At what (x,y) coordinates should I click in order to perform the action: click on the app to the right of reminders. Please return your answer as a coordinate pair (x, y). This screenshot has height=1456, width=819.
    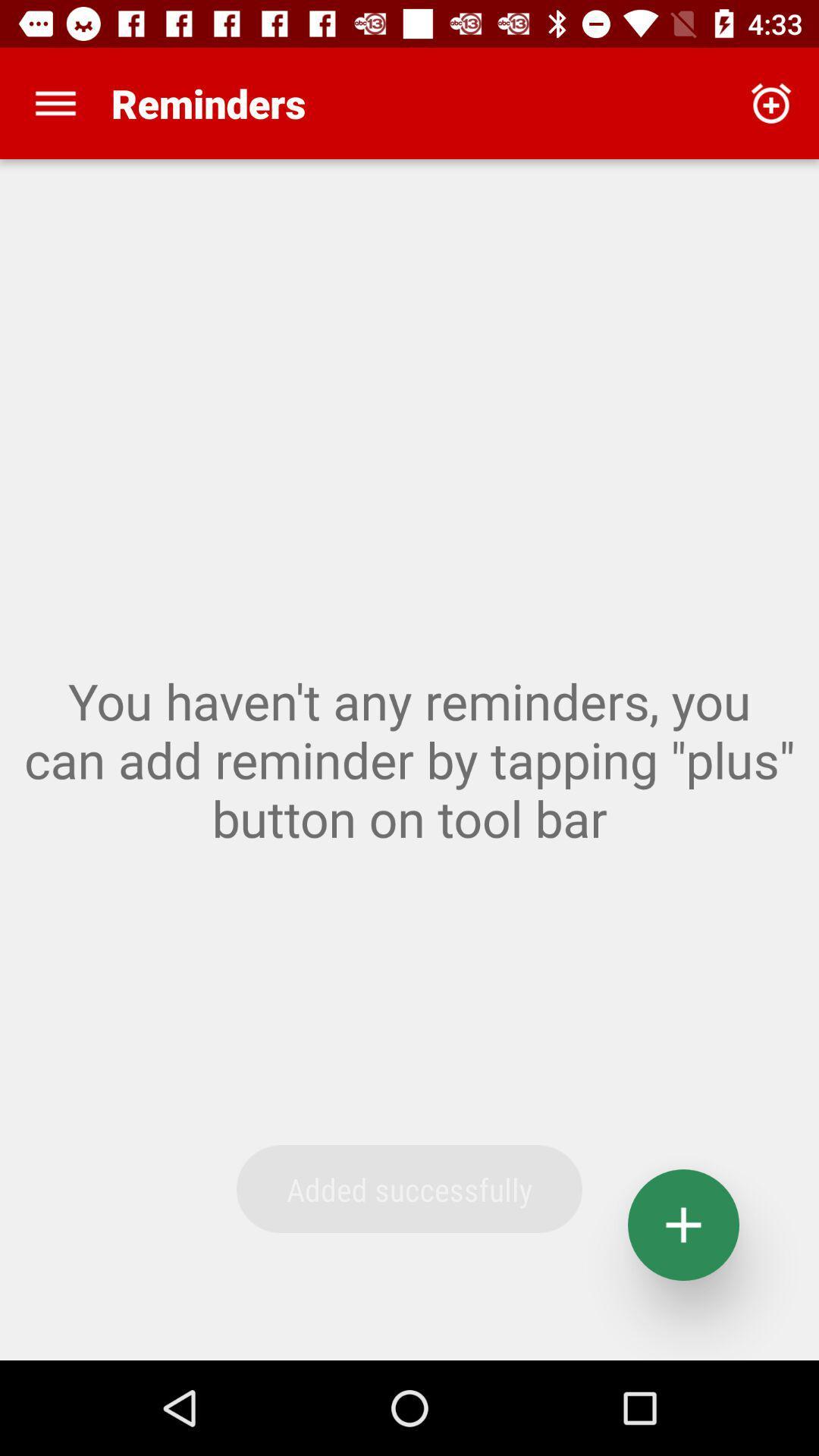
    Looking at the image, I should click on (771, 102).